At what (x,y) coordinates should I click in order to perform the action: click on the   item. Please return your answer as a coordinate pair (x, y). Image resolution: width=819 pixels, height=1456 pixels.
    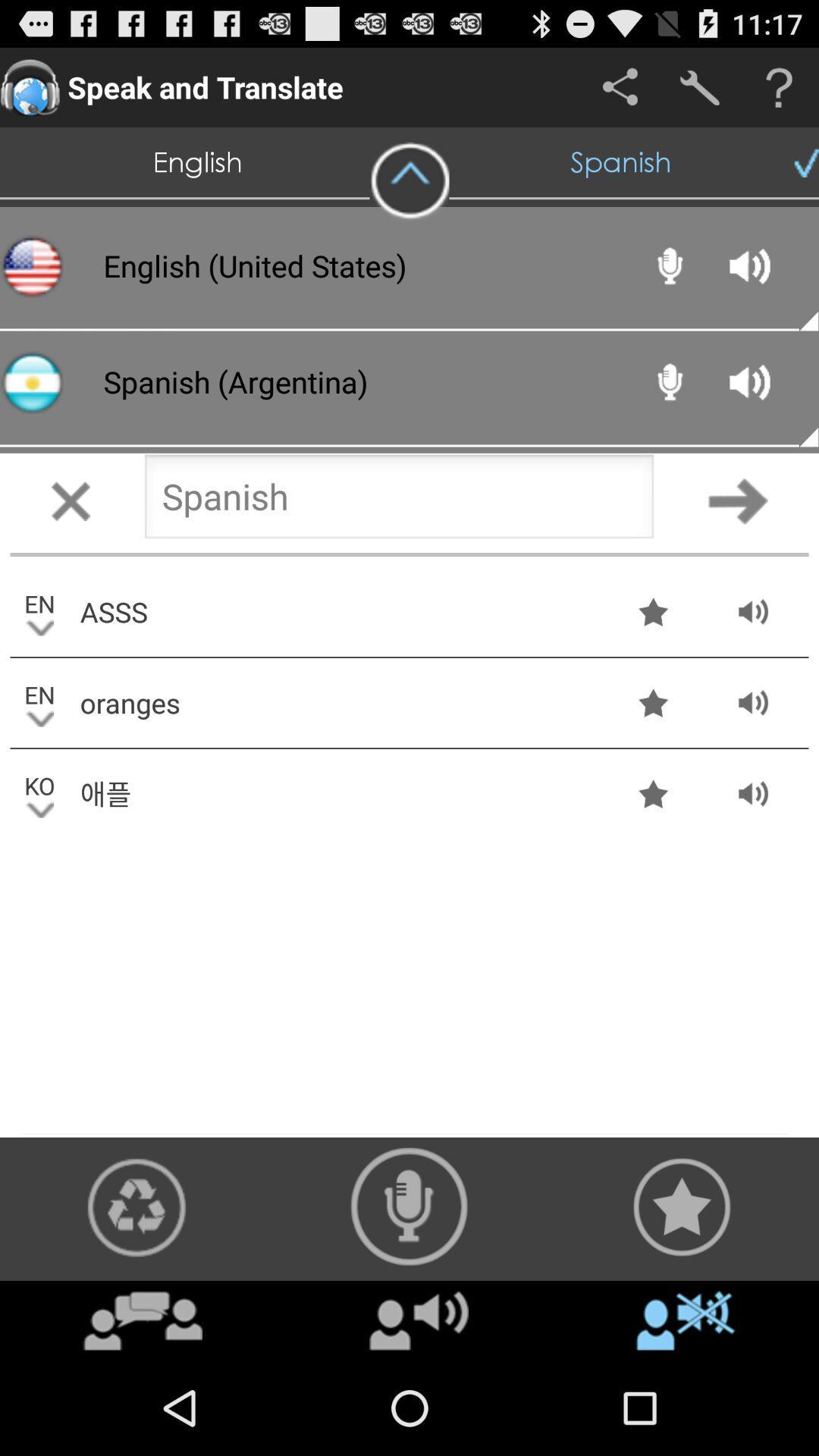
    Looking at the image, I should click on (409, 181).